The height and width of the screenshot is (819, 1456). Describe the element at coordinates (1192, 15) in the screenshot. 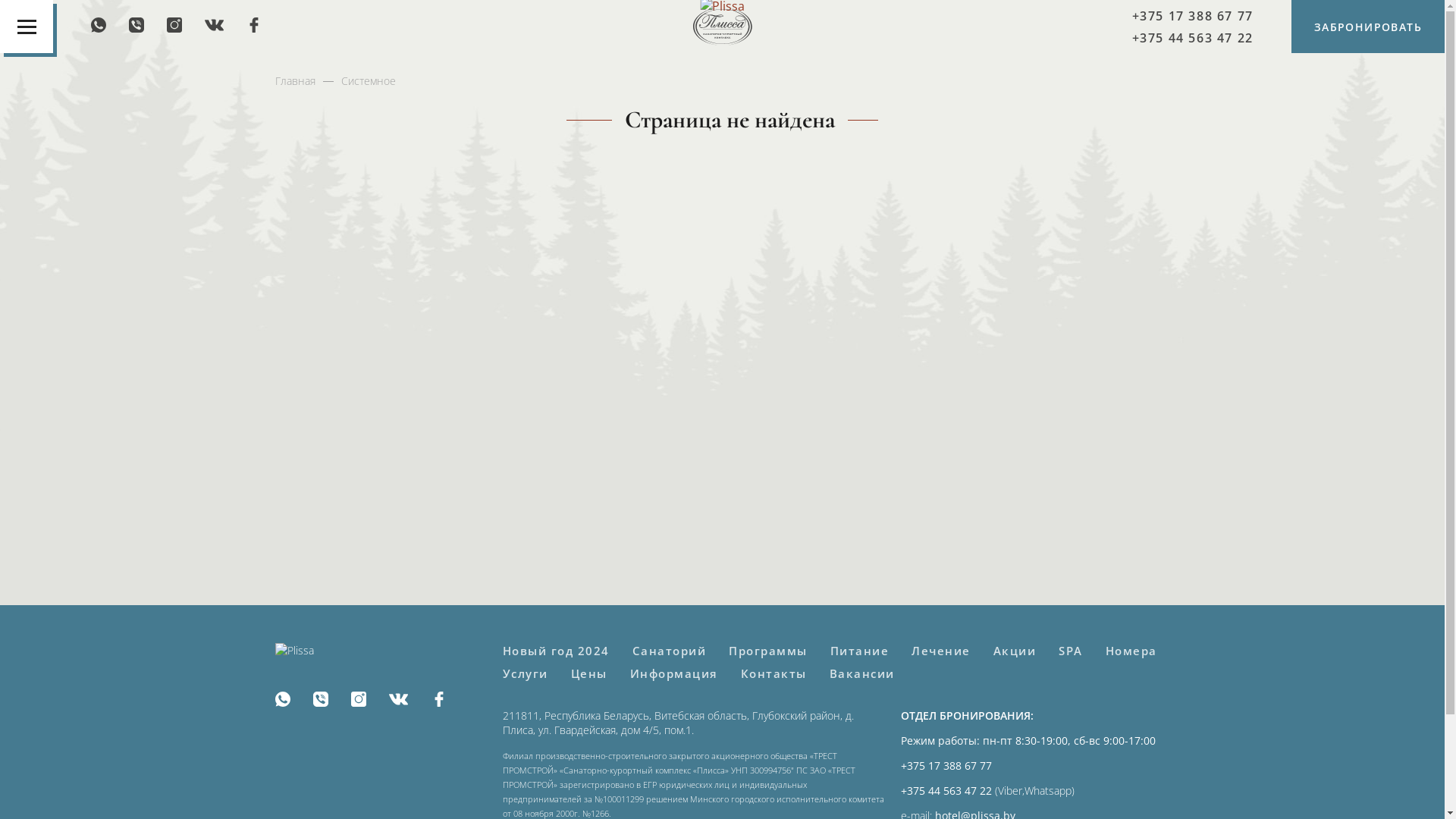

I see `'+375 17 388 67 77'` at that location.